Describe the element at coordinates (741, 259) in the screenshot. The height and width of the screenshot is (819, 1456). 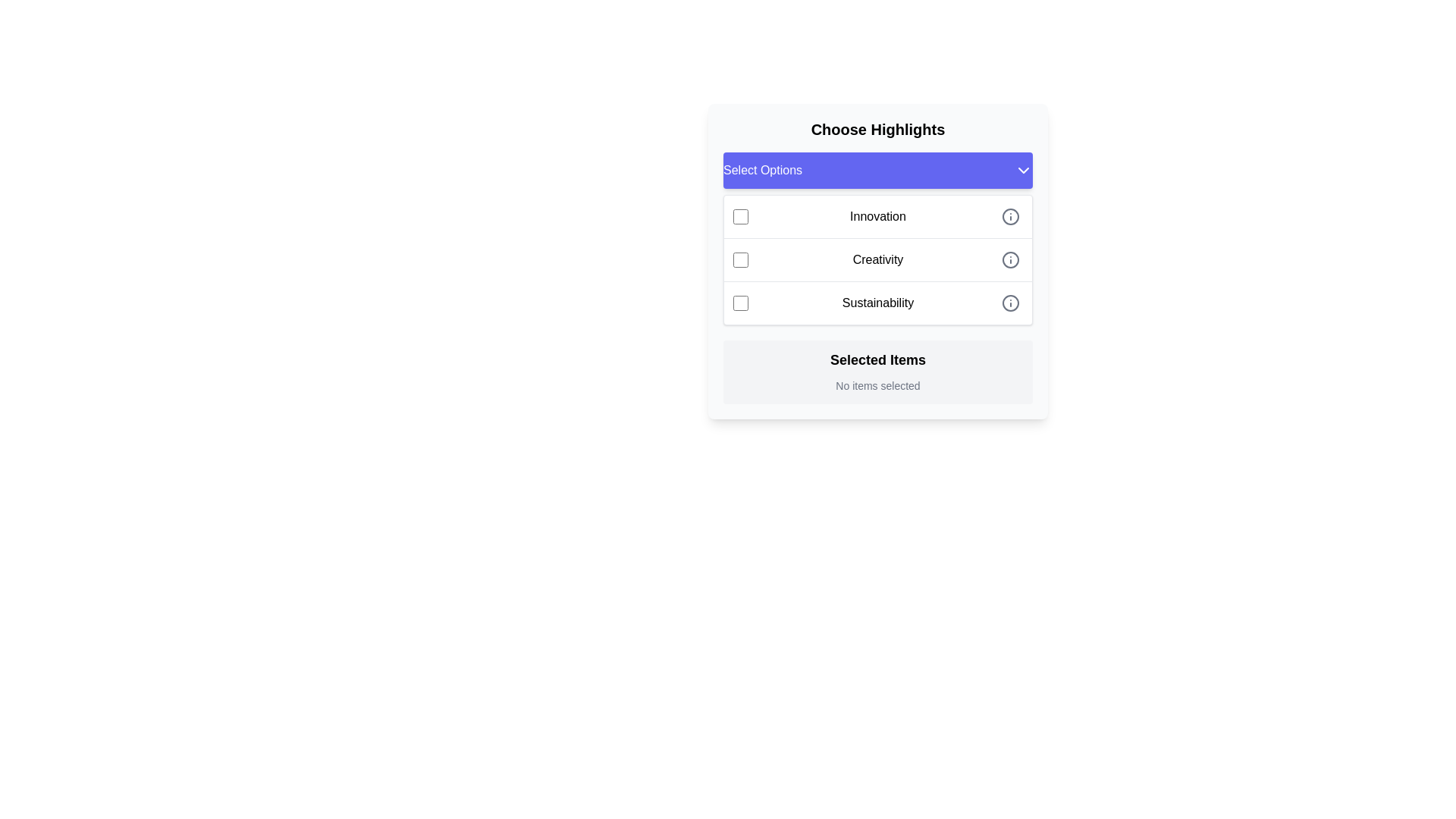
I see `the 'Creativity' checkbox` at that location.